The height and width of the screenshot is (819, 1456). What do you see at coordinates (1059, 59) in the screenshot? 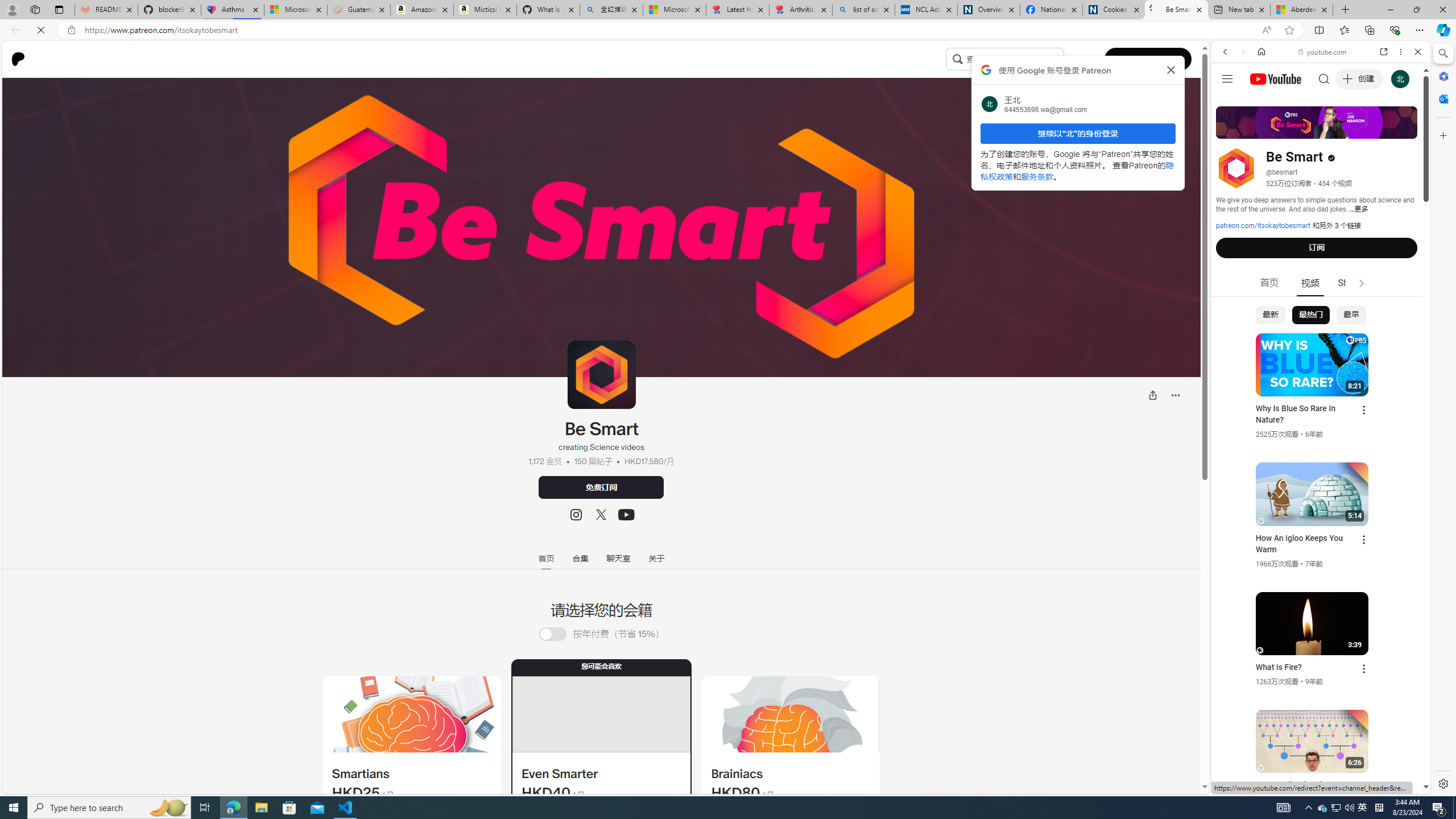
I see `'Class: sc-gUQvok bqiJlM'` at bounding box center [1059, 59].